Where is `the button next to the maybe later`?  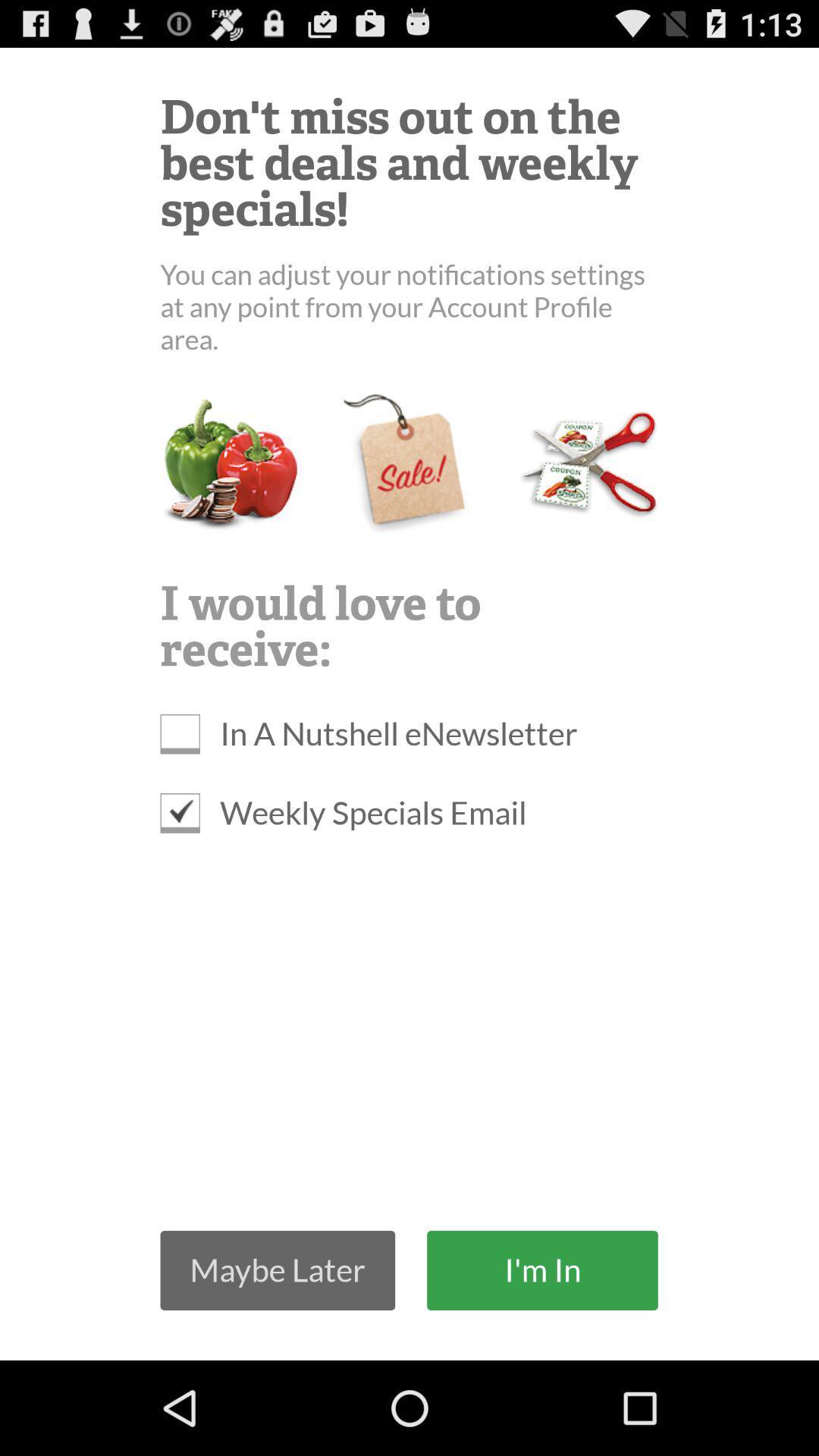
the button next to the maybe later is located at coordinates (541, 1270).